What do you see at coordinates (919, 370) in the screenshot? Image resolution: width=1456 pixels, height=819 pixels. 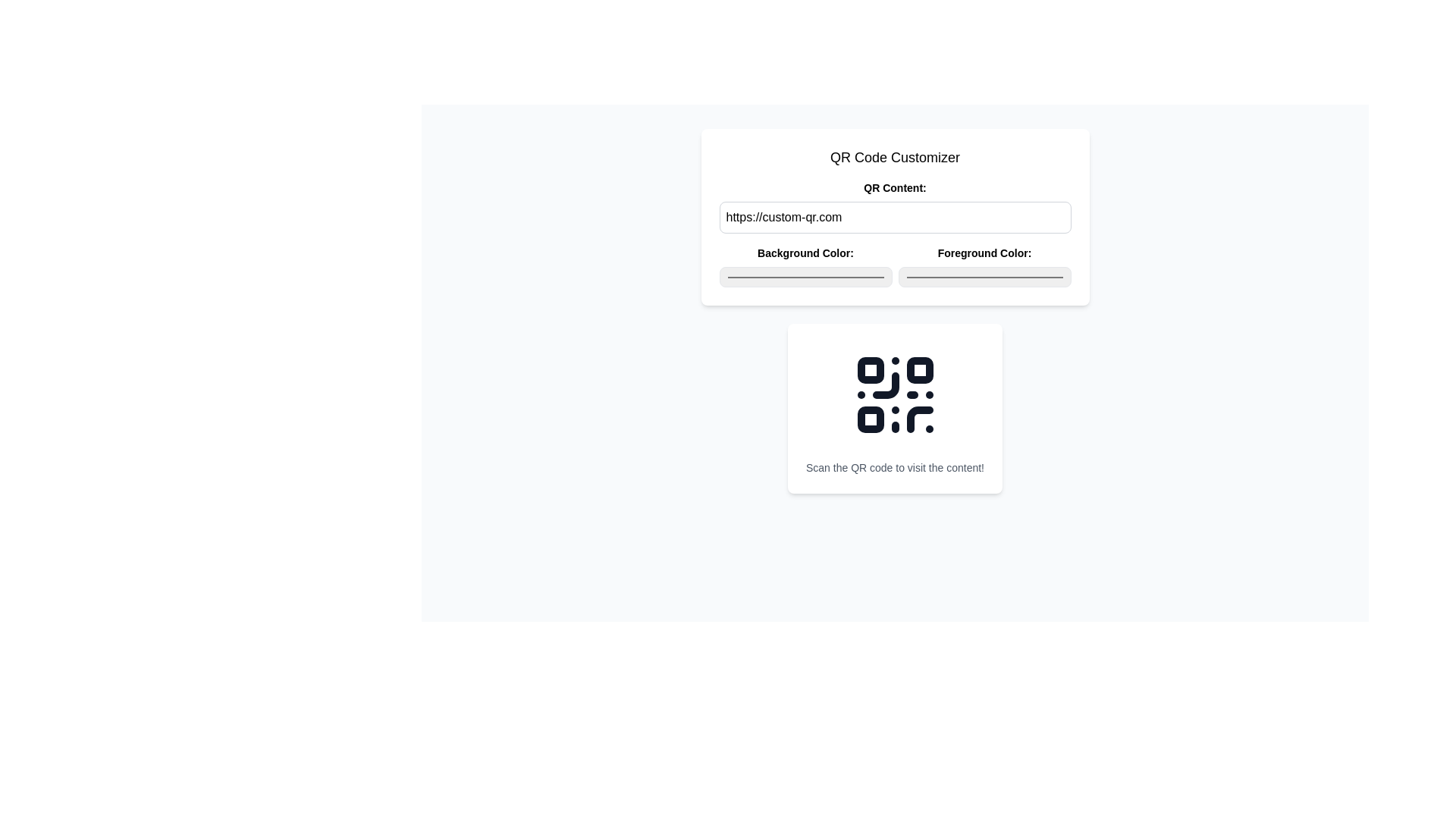 I see `the second square element in the QR code design, which is a small square with a white background and a dark outline, located towards the upper-right part of the graphic page` at bounding box center [919, 370].